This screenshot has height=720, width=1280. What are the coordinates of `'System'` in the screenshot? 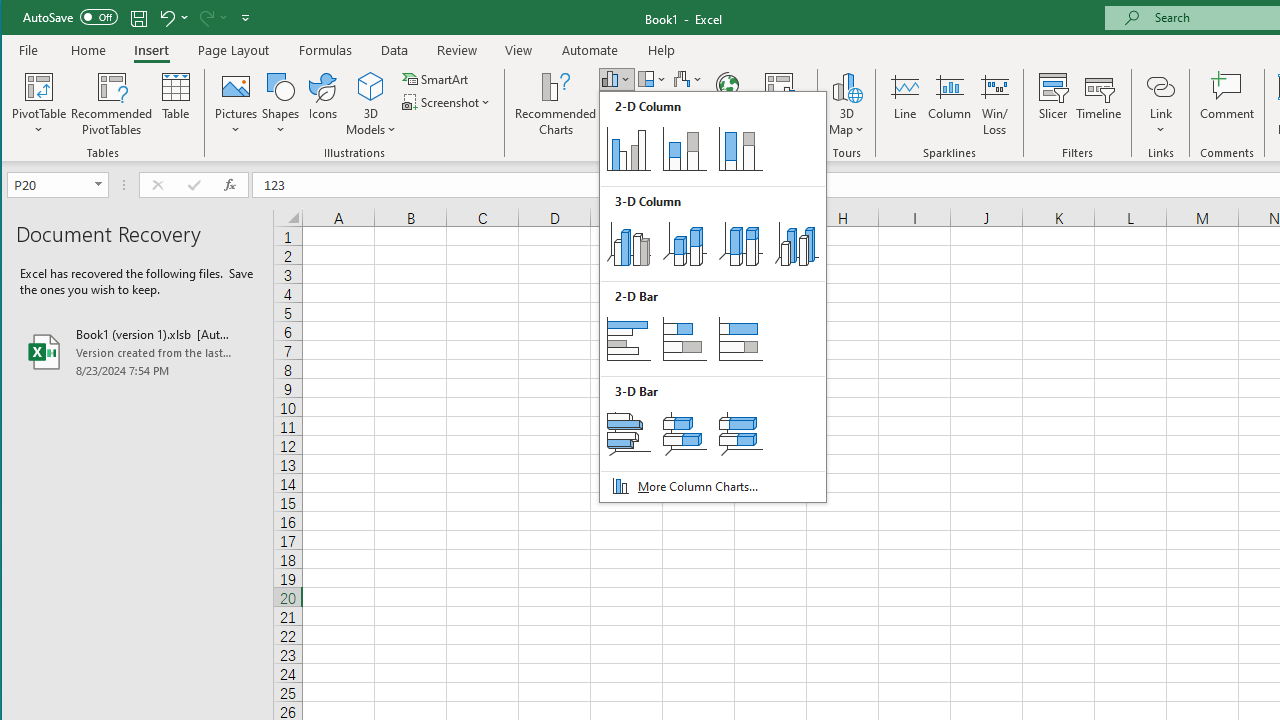 It's located at (19, 19).